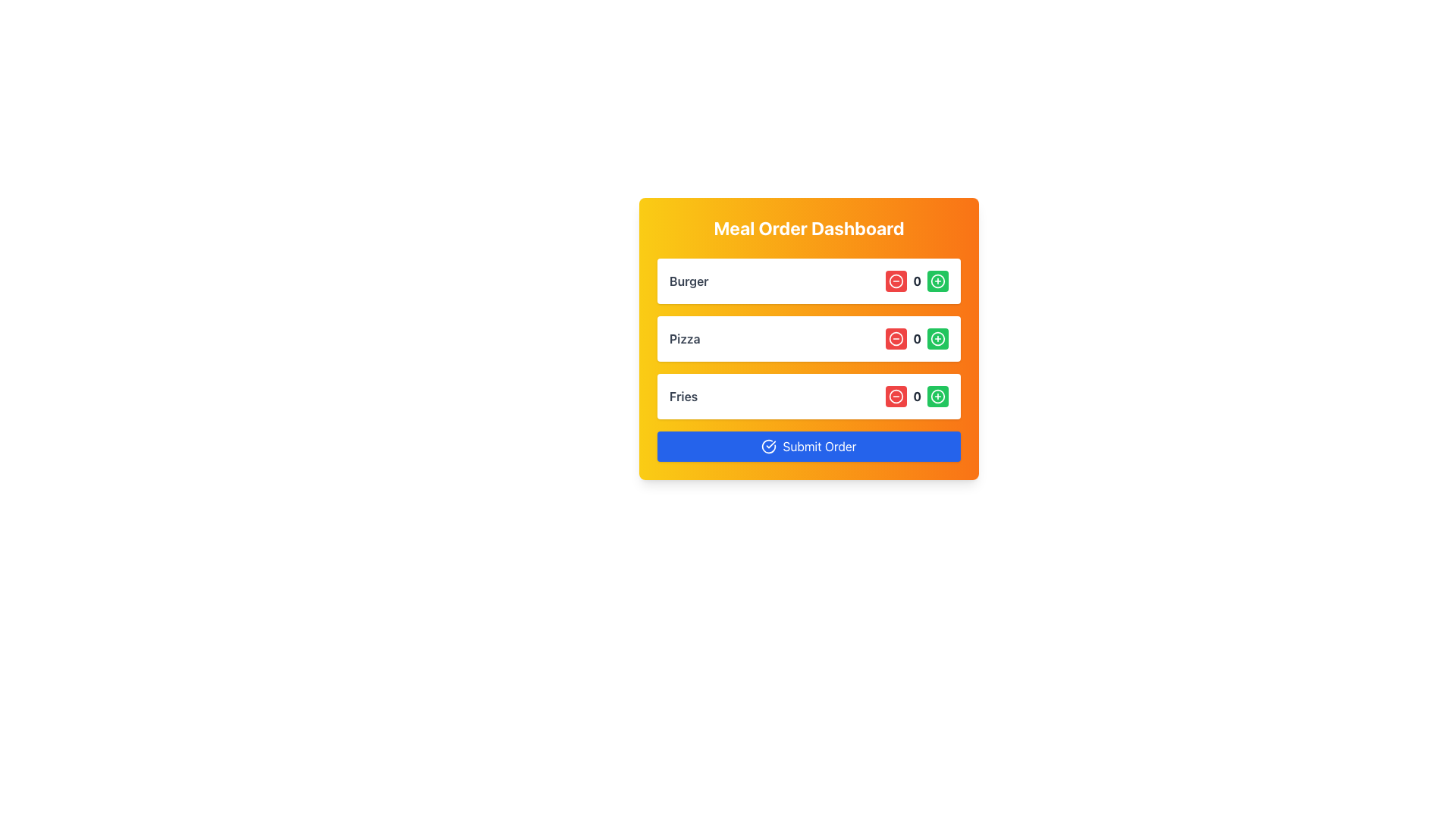  What do you see at coordinates (916, 338) in the screenshot?
I see `the static text display that shows a numeric value, centrally positioned between a red circular minus button and a green circular plus button` at bounding box center [916, 338].